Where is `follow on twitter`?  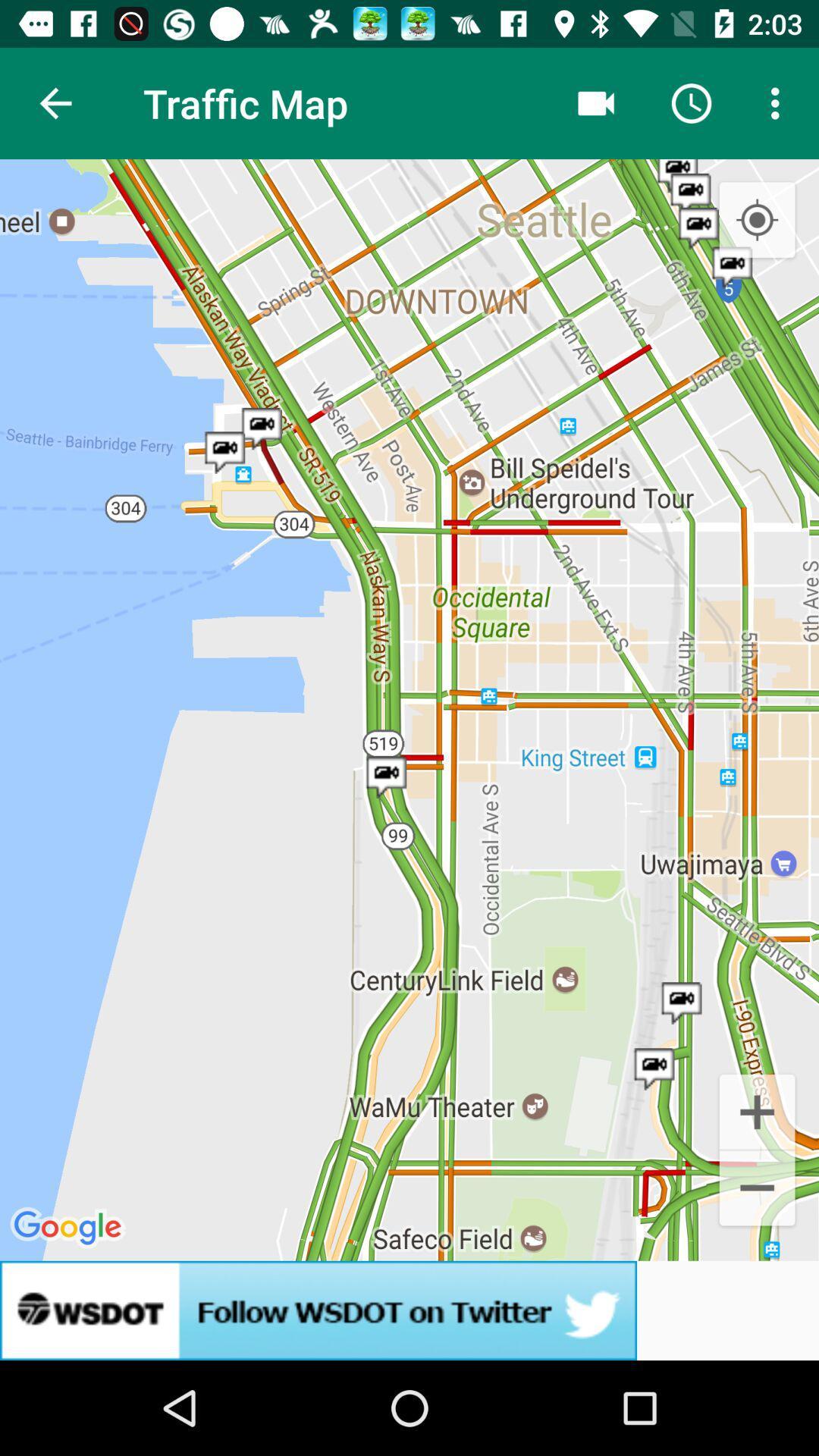 follow on twitter is located at coordinates (409, 1310).